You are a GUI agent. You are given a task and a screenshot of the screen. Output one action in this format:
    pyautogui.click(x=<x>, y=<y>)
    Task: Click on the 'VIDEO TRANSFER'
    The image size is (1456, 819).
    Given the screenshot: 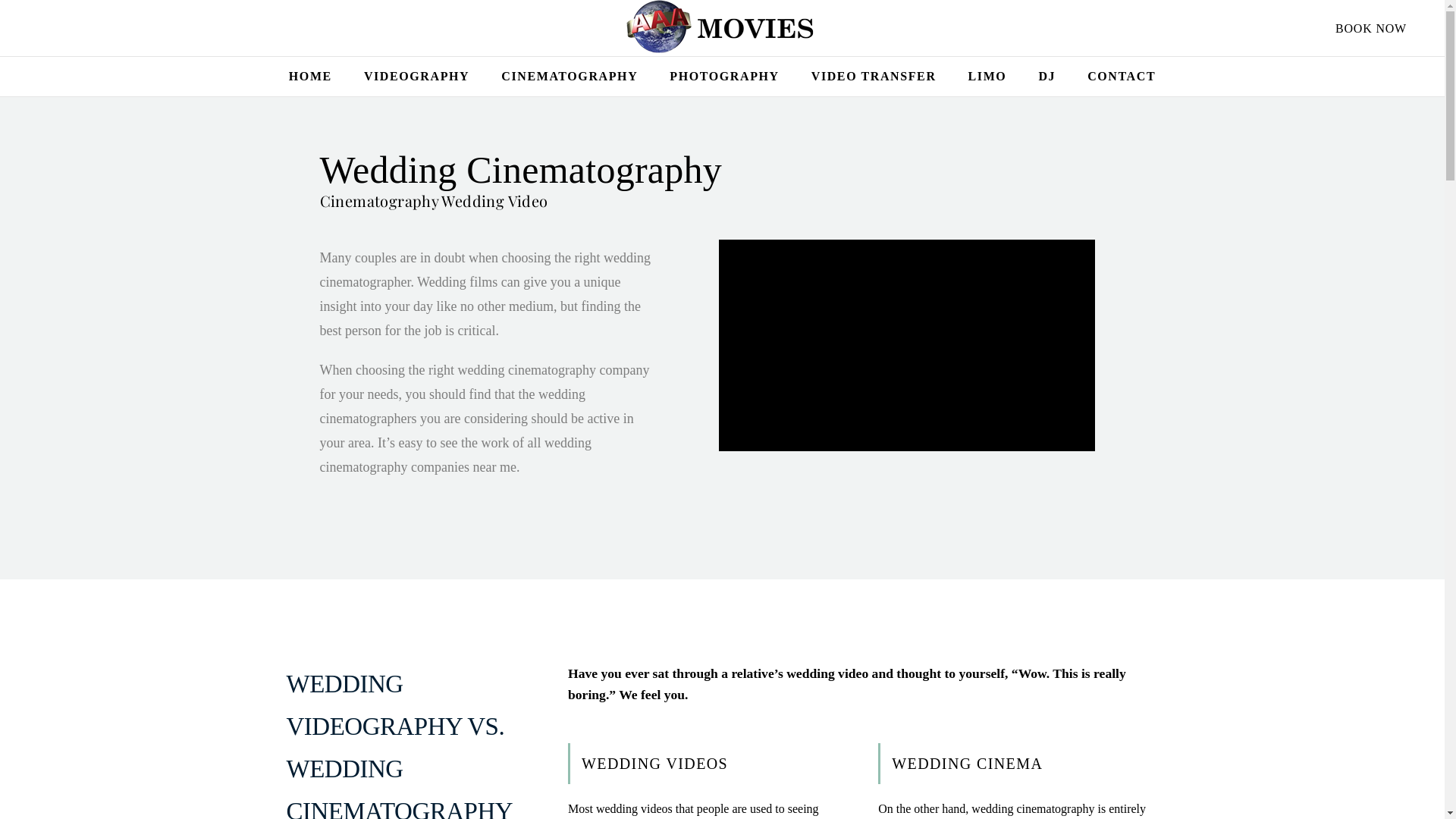 What is the action you would take?
    pyautogui.click(x=874, y=76)
    